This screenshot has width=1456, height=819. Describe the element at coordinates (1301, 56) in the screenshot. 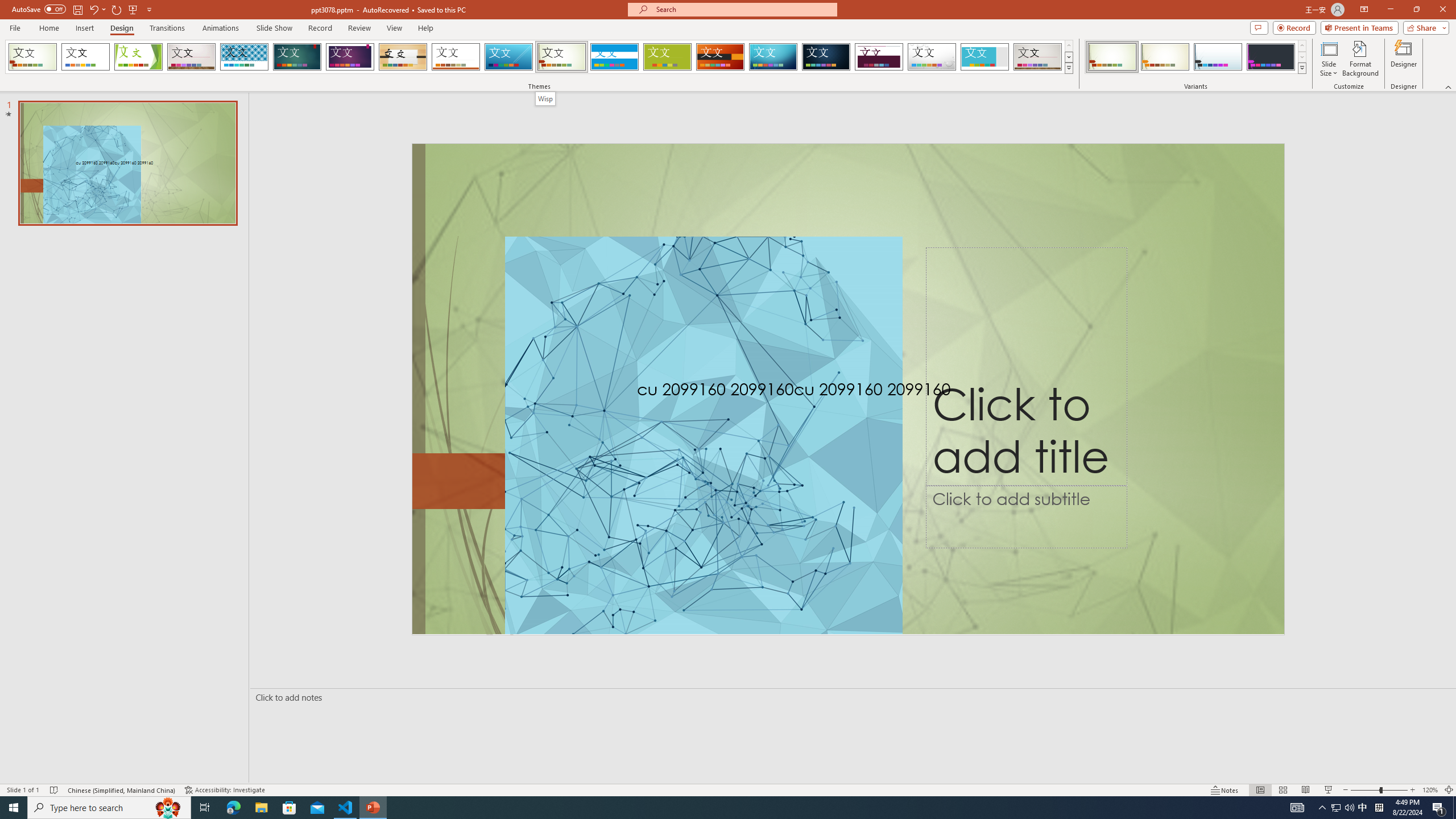

I see `'Row Down'` at that location.